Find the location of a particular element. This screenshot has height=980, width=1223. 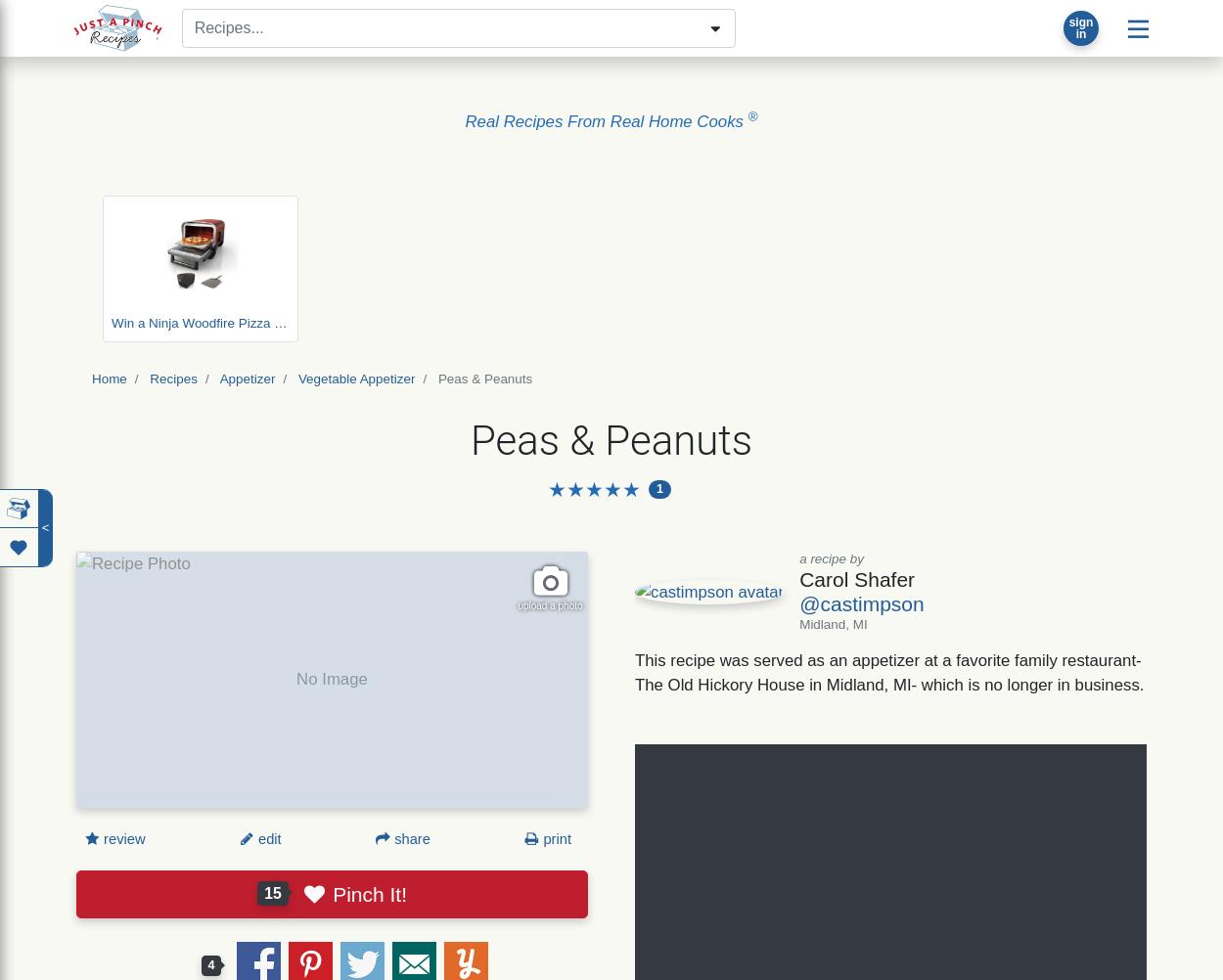

'Recipes' is located at coordinates (173, 379).